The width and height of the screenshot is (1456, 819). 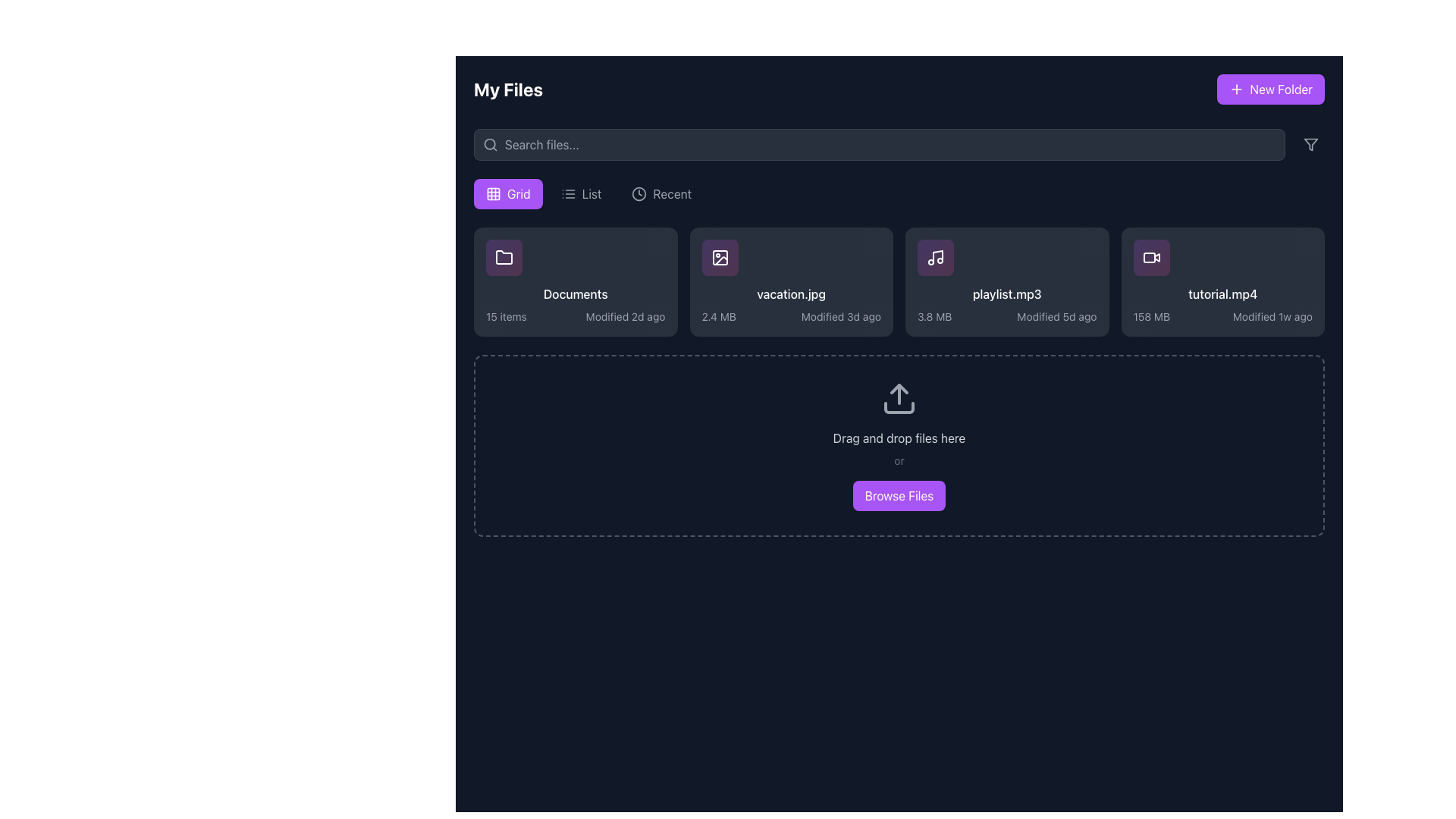 I want to click on the folder icon representing the 'Documents' tile located in the top-left corner of the first tile in the 'My Files' interface, so click(x=504, y=256).